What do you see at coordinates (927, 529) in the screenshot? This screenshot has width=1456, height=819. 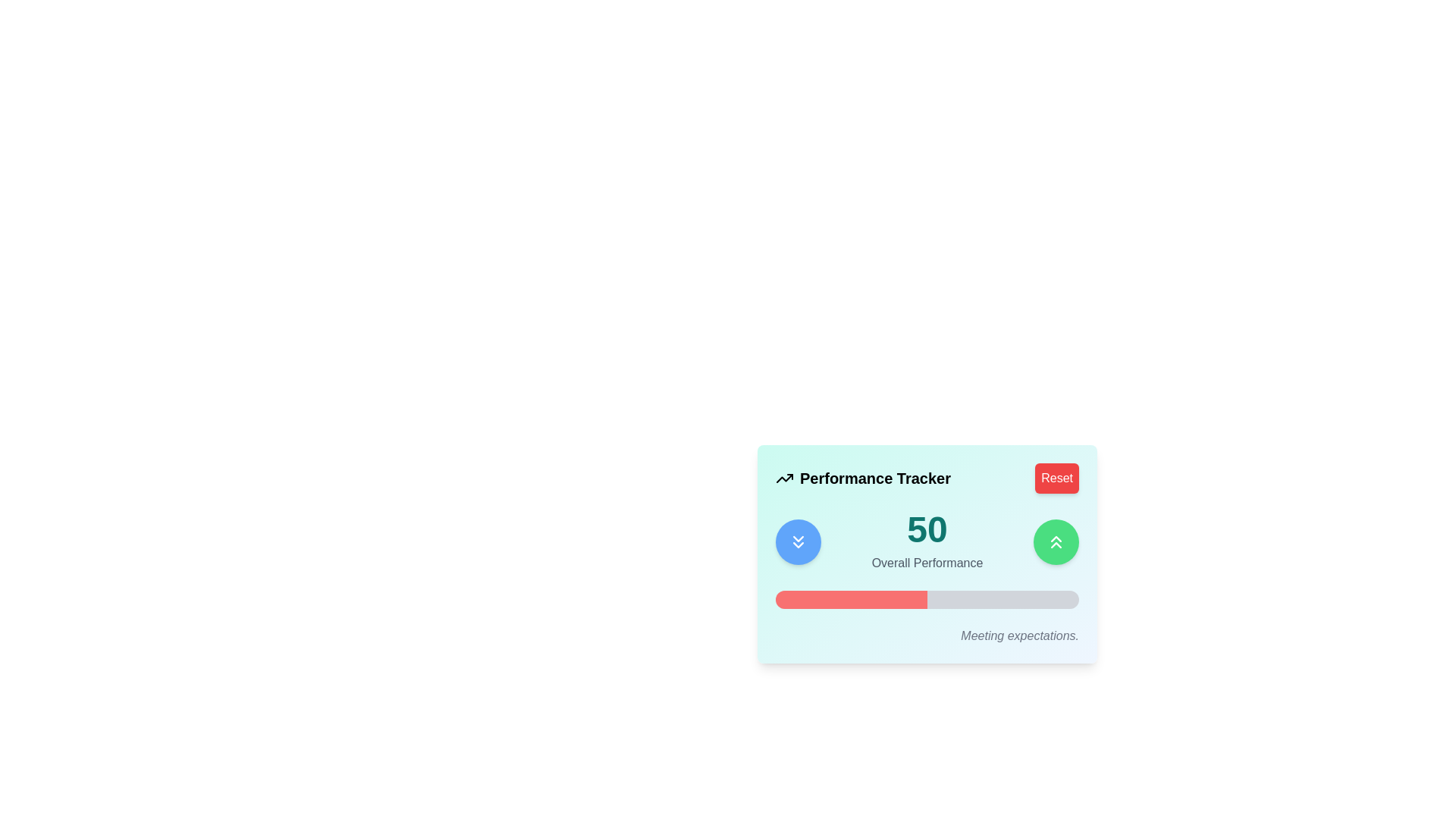 I see `numerical value displayed in the text element located at the center of the Performance Tracker card, positioned above the 'Overall Performance' text` at bounding box center [927, 529].